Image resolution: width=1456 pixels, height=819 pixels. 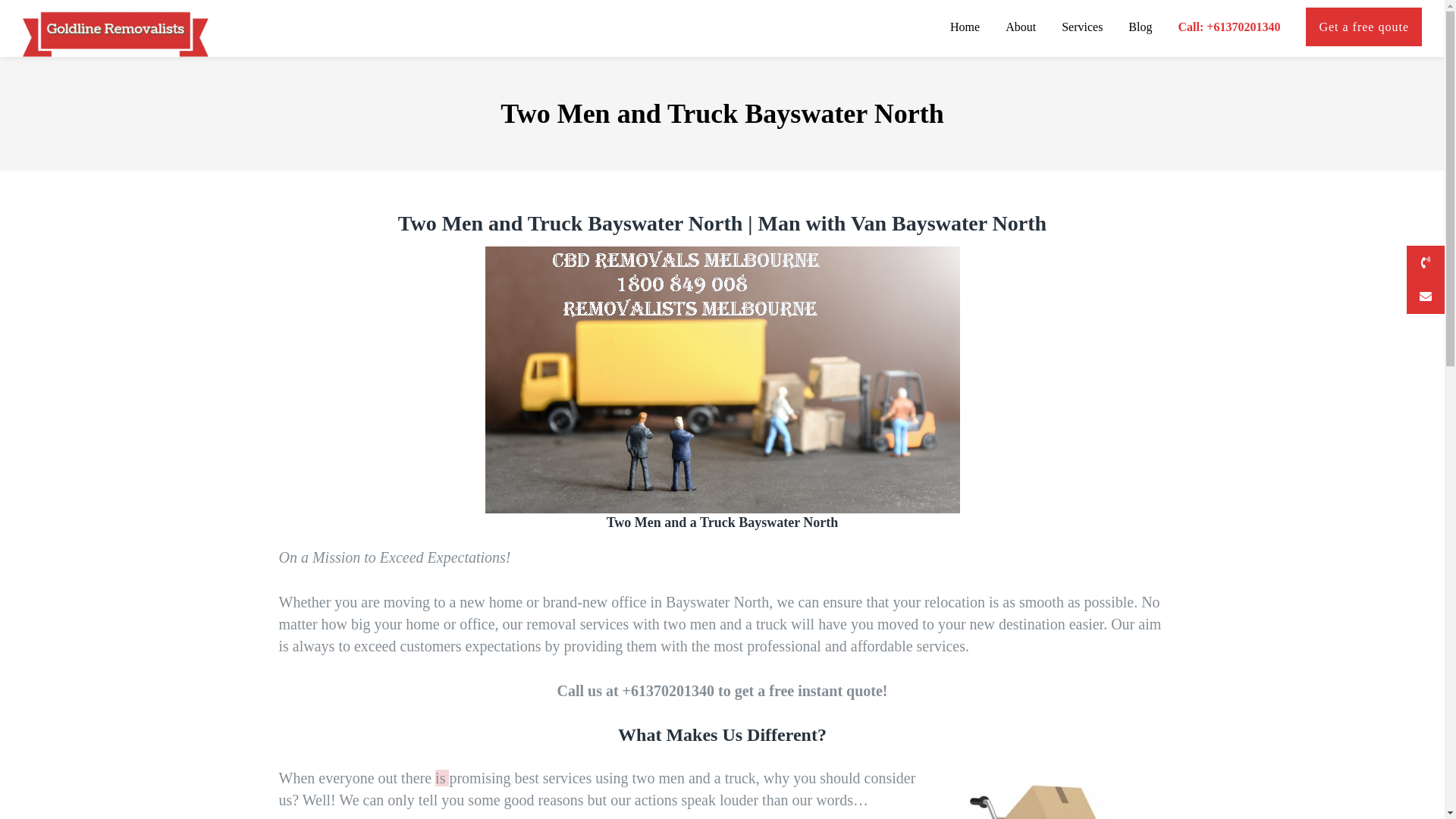 What do you see at coordinates (964, 28) in the screenshot?
I see `'Home'` at bounding box center [964, 28].